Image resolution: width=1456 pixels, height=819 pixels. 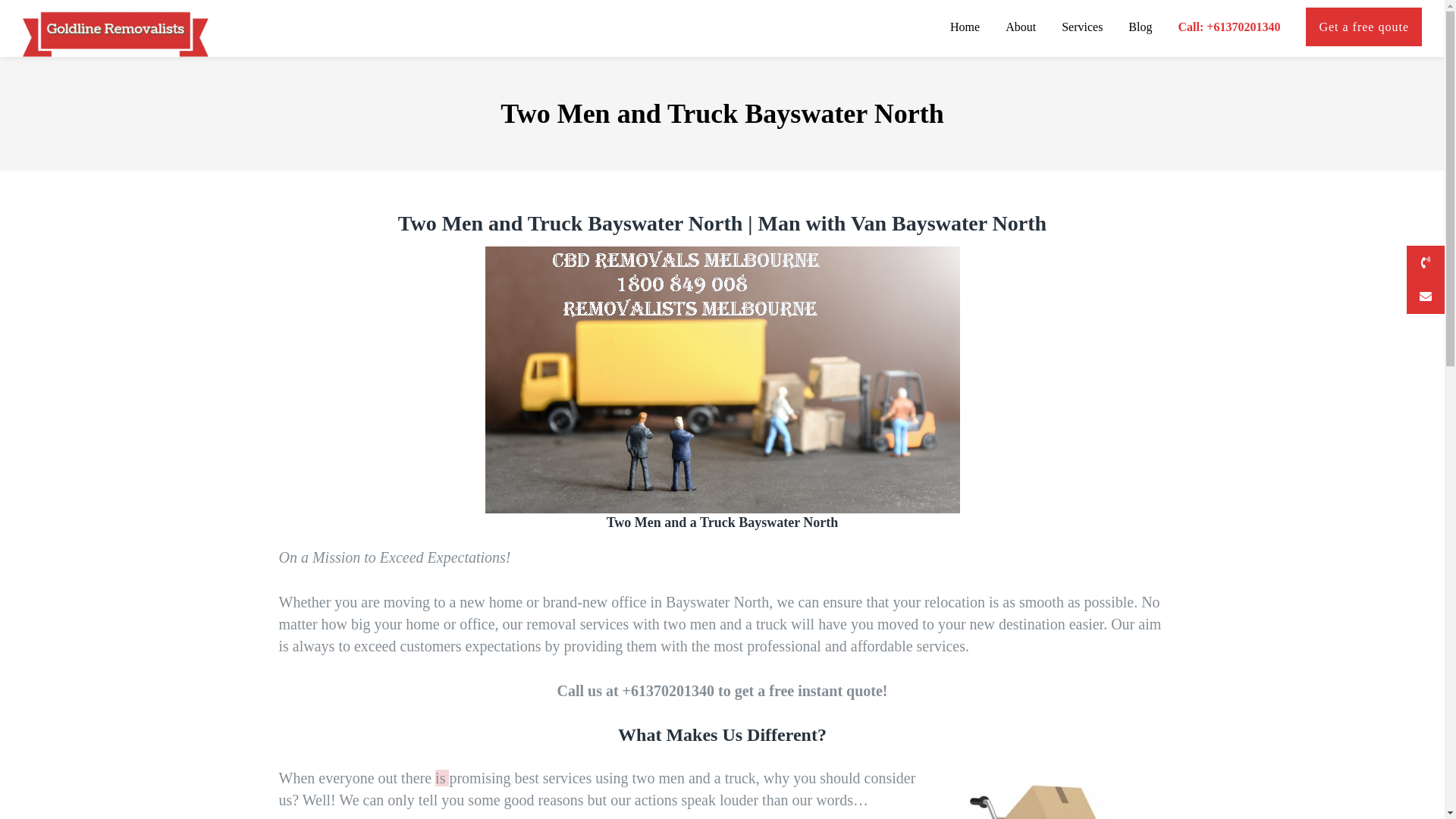 What do you see at coordinates (964, 28) in the screenshot?
I see `'Home'` at bounding box center [964, 28].